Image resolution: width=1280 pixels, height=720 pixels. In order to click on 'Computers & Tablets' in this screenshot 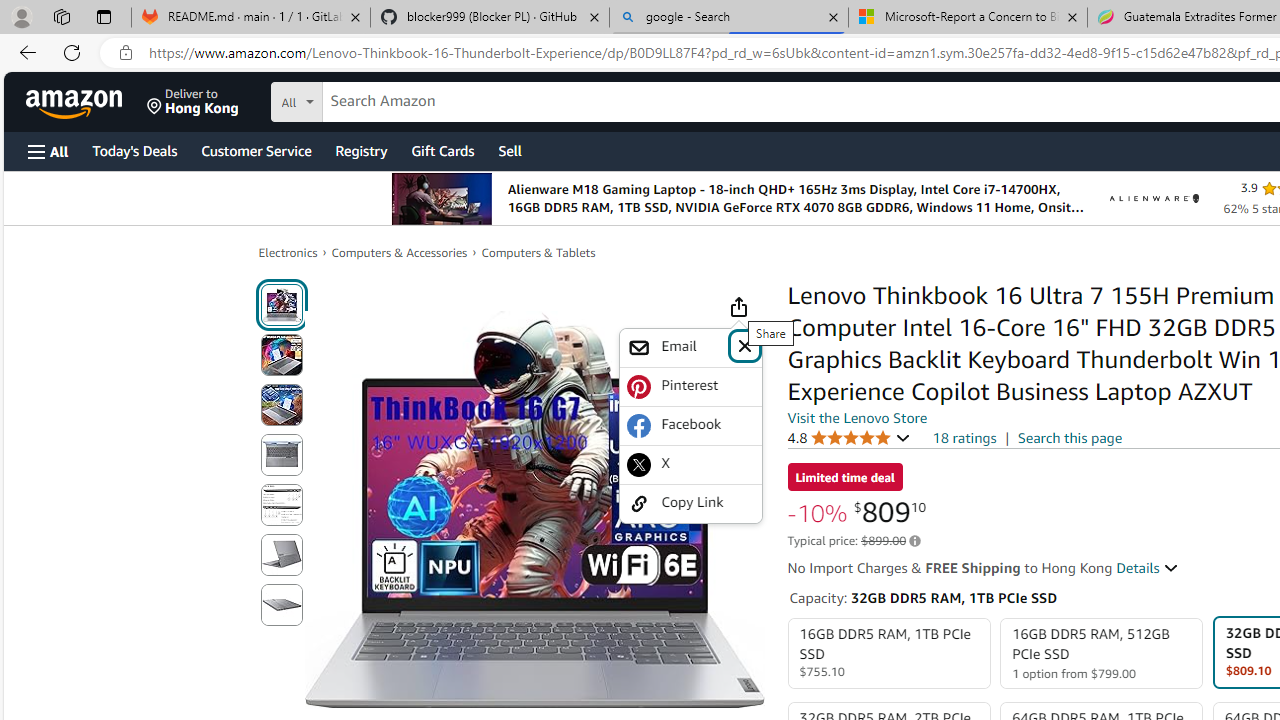, I will do `click(538, 252)`.